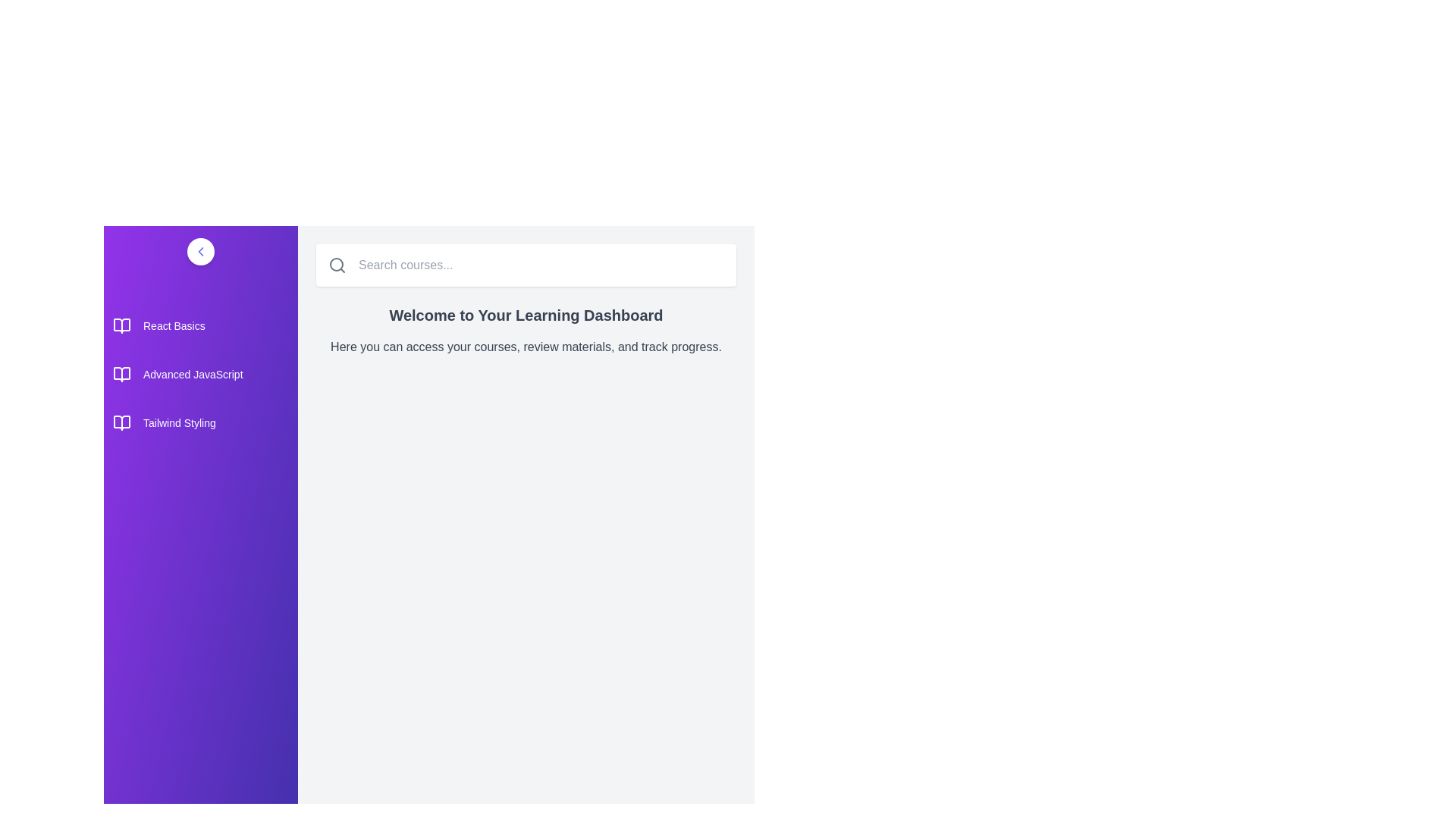 Image resolution: width=1456 pixels, height=819 pixels. Describe the element at coordinates (199, 374) in the screenshot. I see `the course titled Advanced JavaScript from the list` at that location.